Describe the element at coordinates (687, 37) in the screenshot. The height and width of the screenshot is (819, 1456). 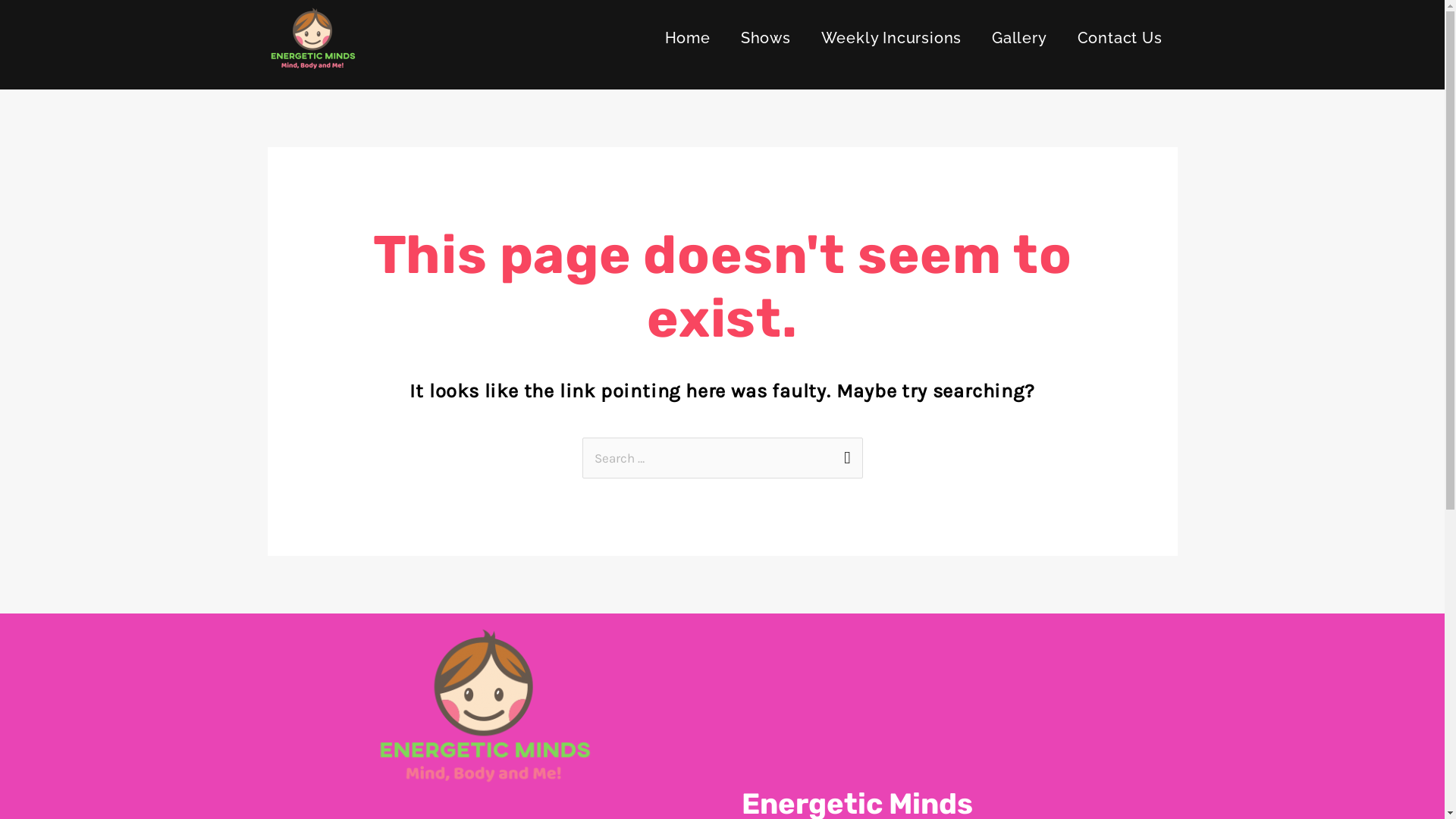
I see `'Home'` at that location.